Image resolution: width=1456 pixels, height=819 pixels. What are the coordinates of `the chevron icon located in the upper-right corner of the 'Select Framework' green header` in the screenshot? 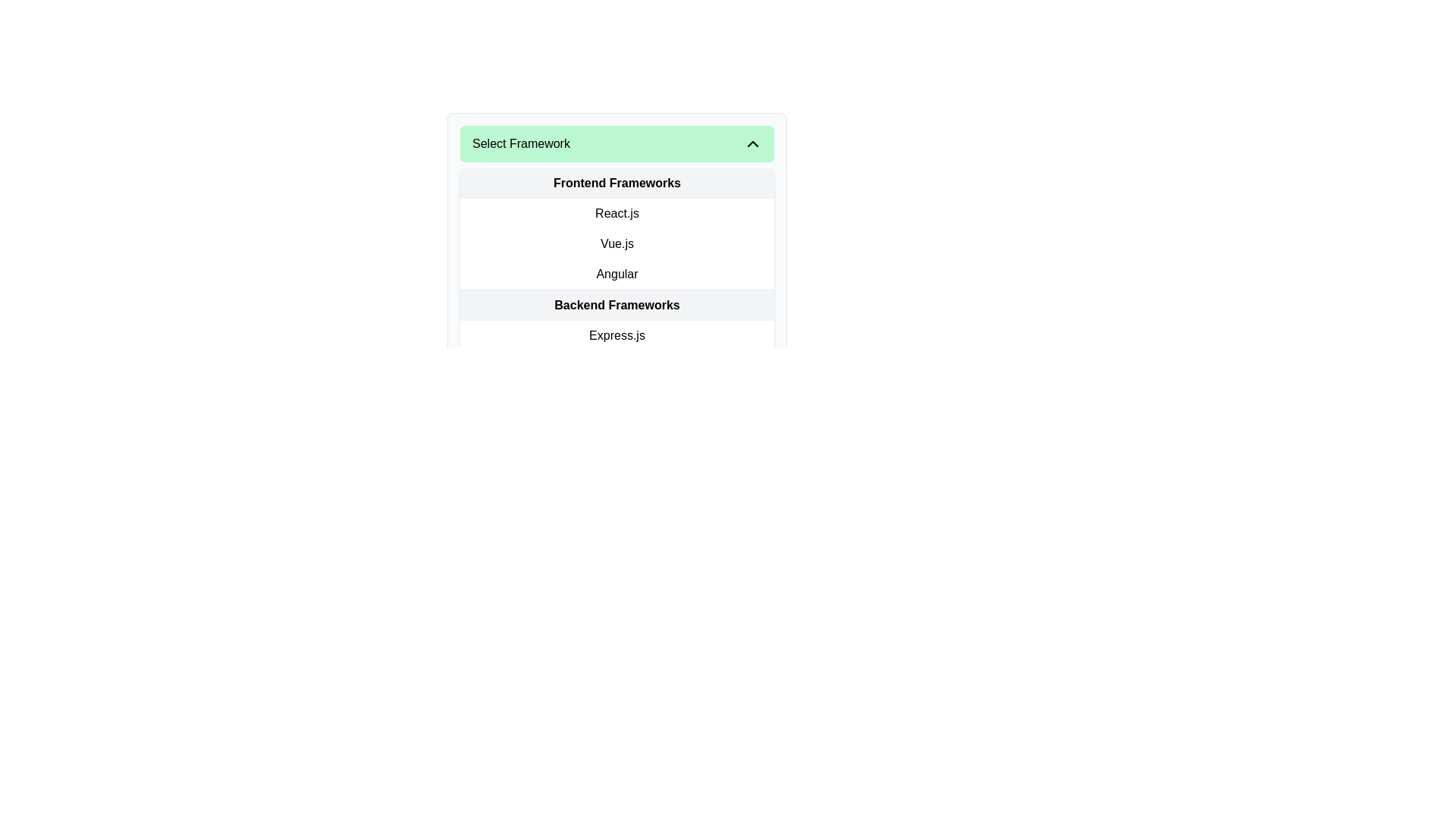 It's located at (753, 143).